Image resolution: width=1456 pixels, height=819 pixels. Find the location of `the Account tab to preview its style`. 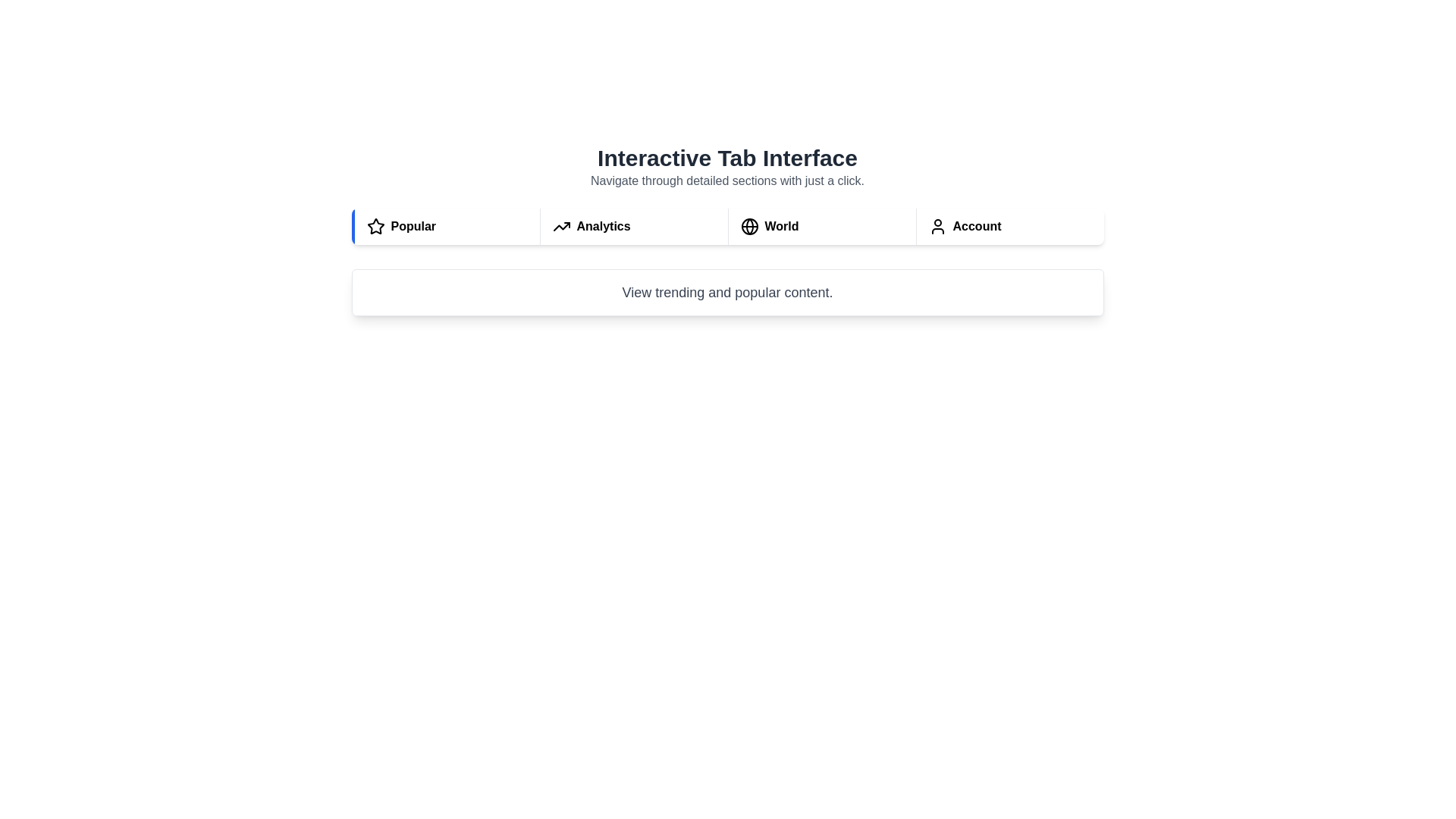

the Account tab to preview its style is located at coordinates (1009, 227).